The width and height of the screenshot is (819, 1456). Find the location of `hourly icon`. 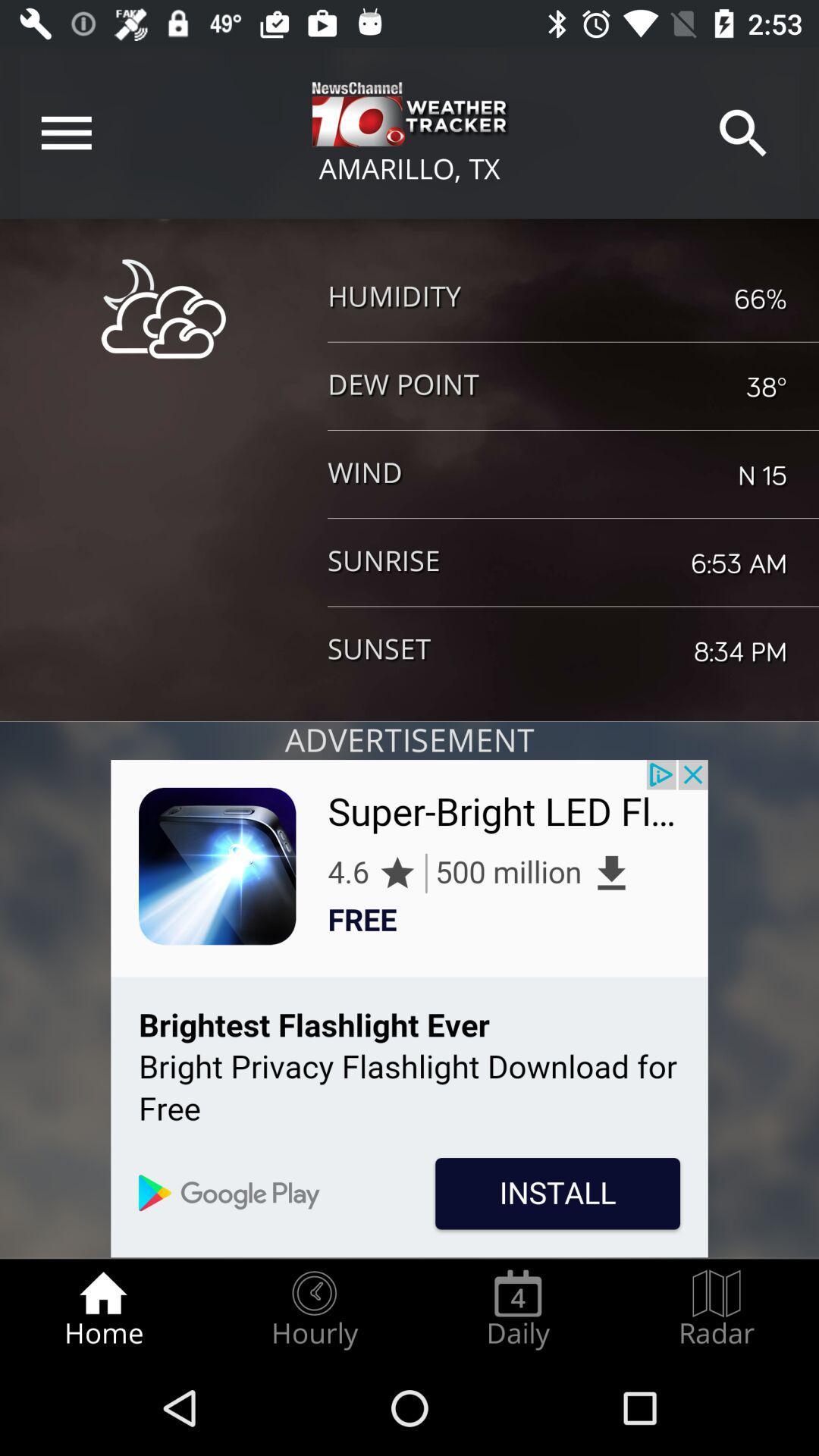

hourly icon is located at coordinates (313, 1309).